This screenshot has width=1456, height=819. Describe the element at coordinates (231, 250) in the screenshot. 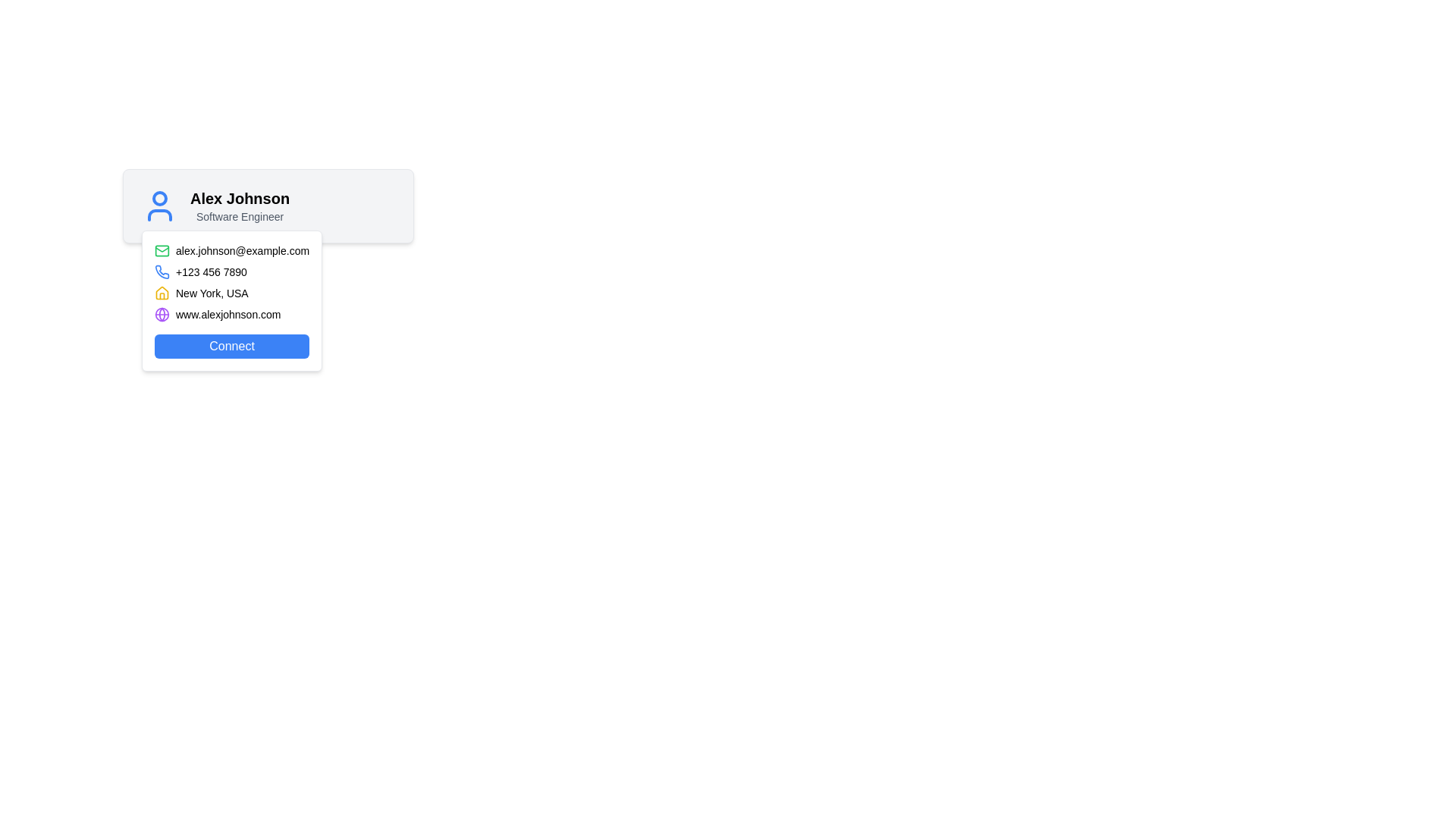

I see `the static text displaying the email address 'alex.johnson@example.com'` at that location.